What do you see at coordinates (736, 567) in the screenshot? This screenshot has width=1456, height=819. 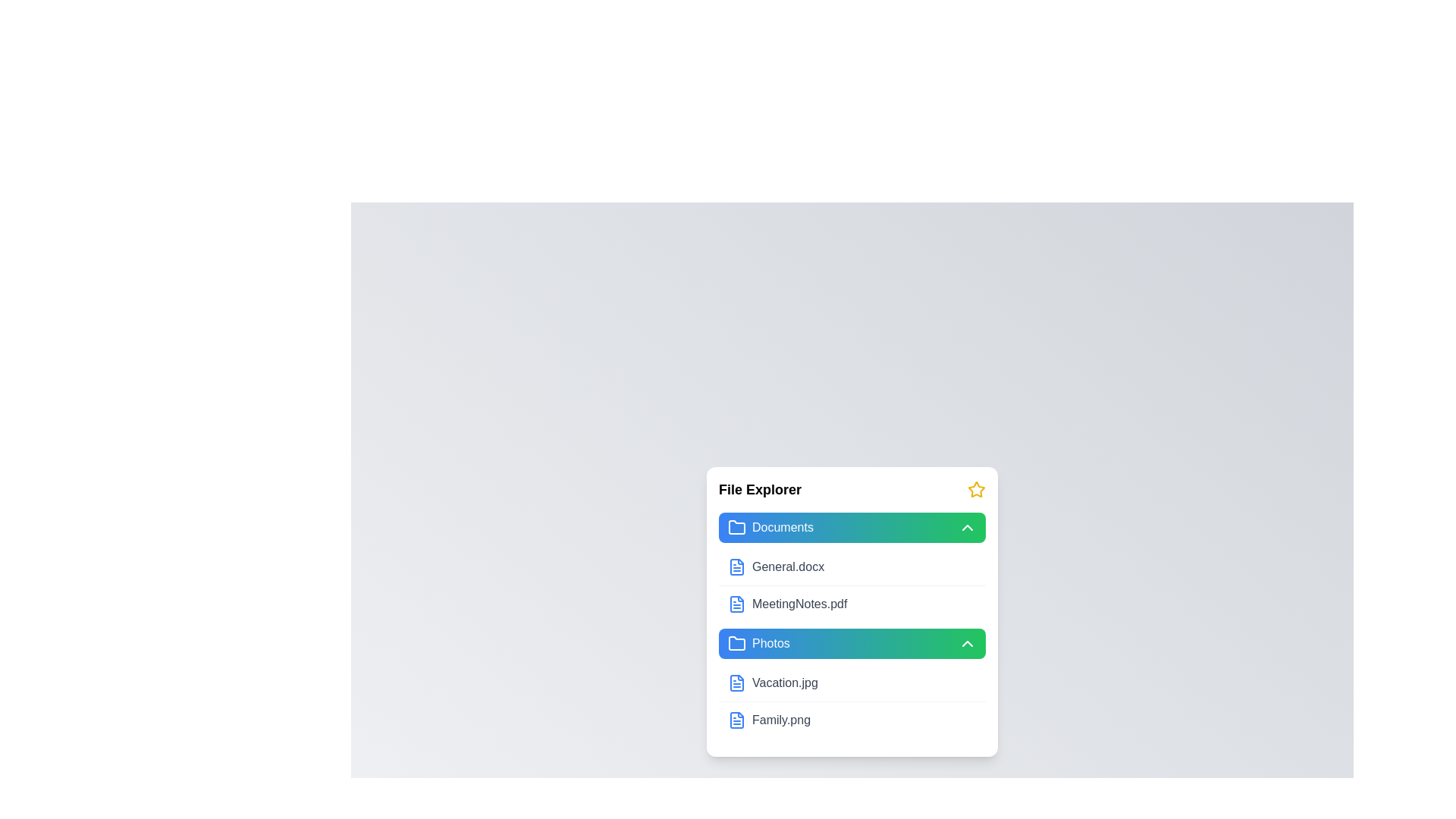 I see `the file General.docx to select it` at bounding box center [736, 567].